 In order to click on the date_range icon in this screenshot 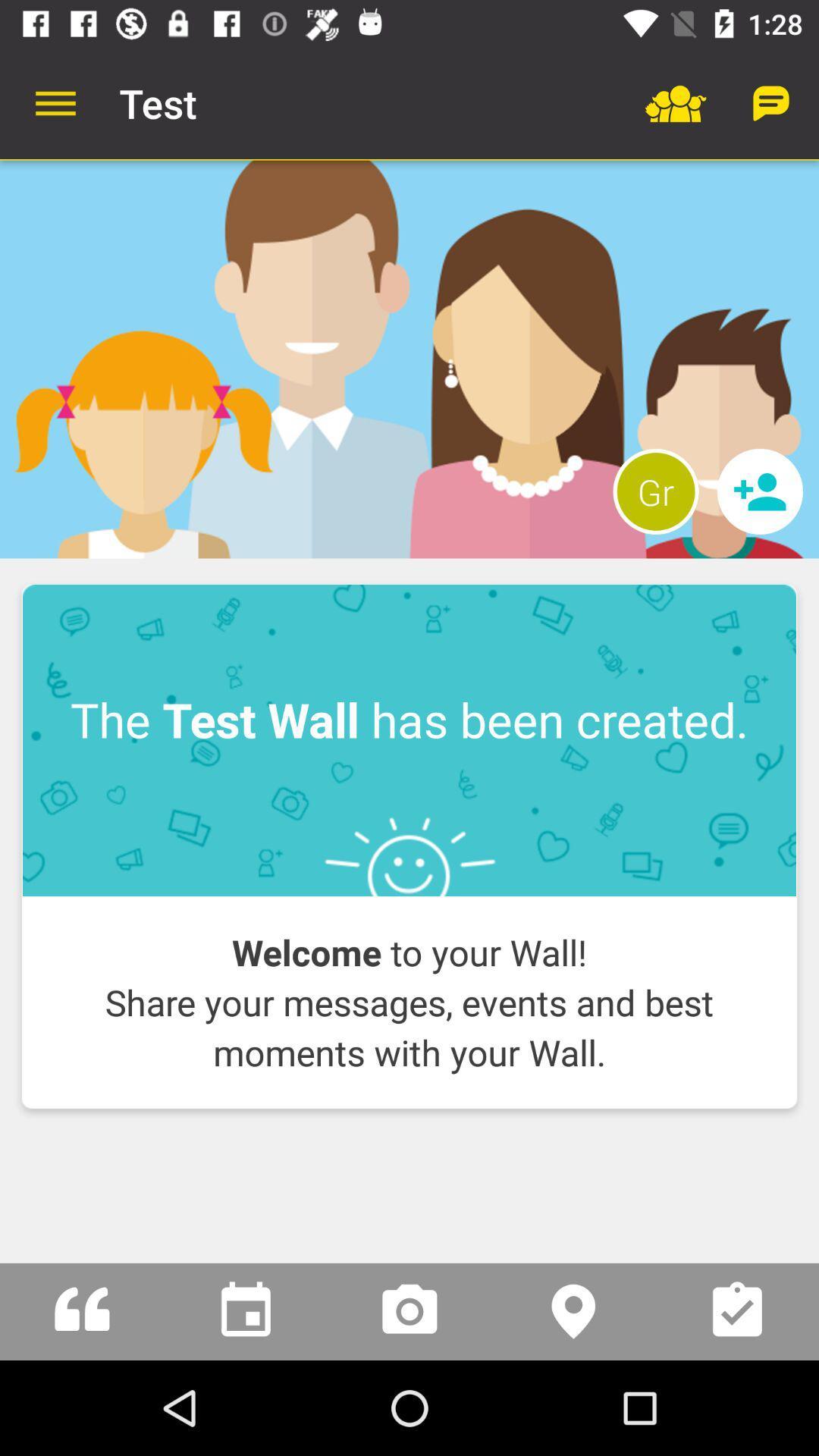, I will do `click(245, 1310)`.